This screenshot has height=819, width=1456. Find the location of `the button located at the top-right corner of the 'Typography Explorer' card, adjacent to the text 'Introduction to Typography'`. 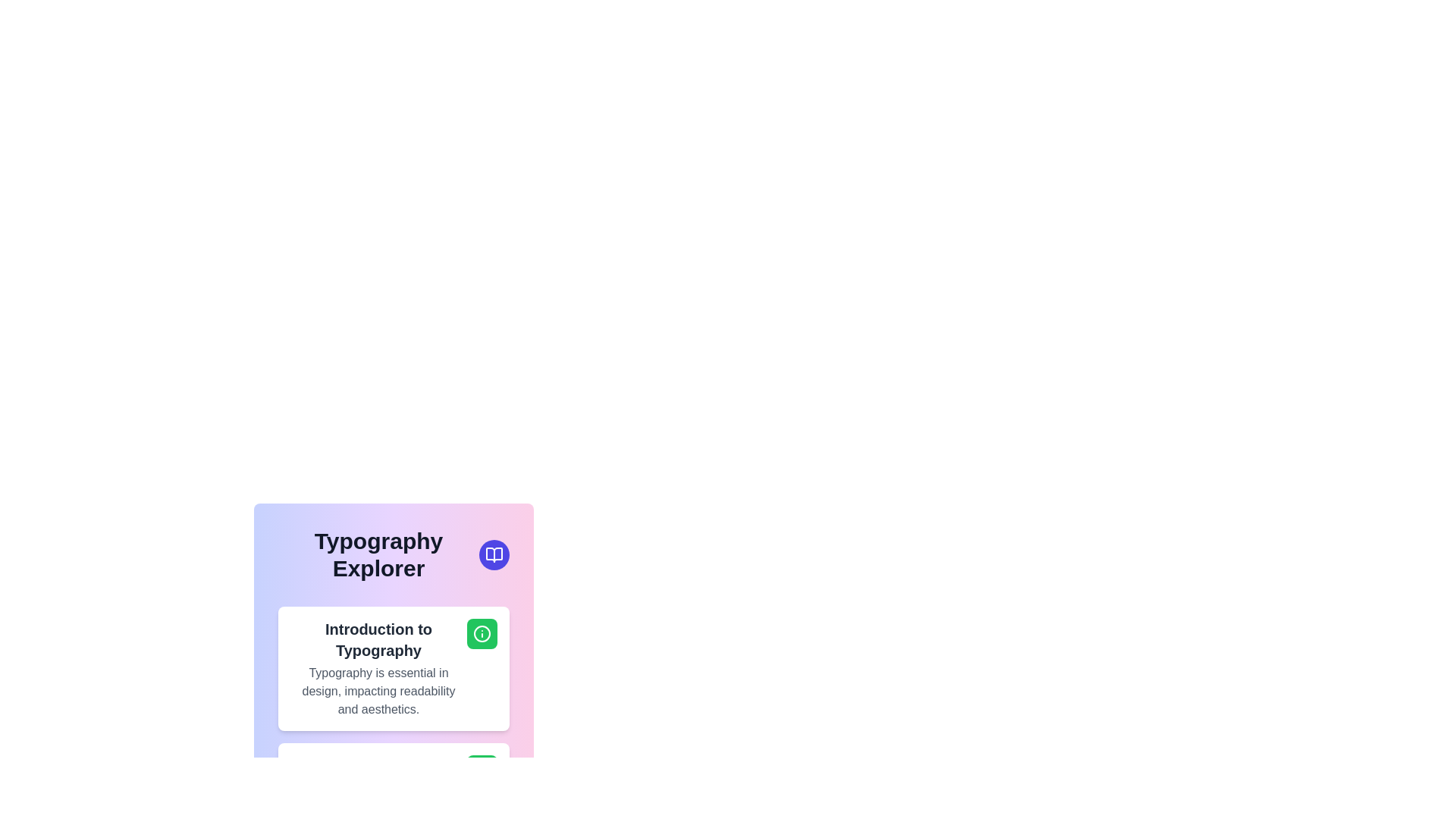

the button located at the top-right corner of the 'Typography Explorer' card, adjacent to the text 'Introduction to Typography' is located at coordinates (481, 634).